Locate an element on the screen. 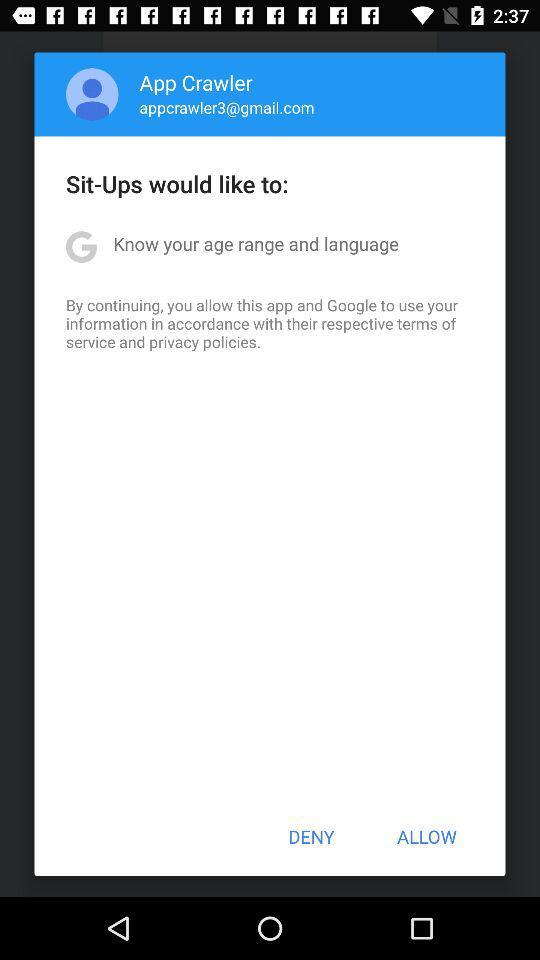 Image resolution: width=540 pixels, height=960 pixels. icon above sit ups would is located at coordinates (226, 107).